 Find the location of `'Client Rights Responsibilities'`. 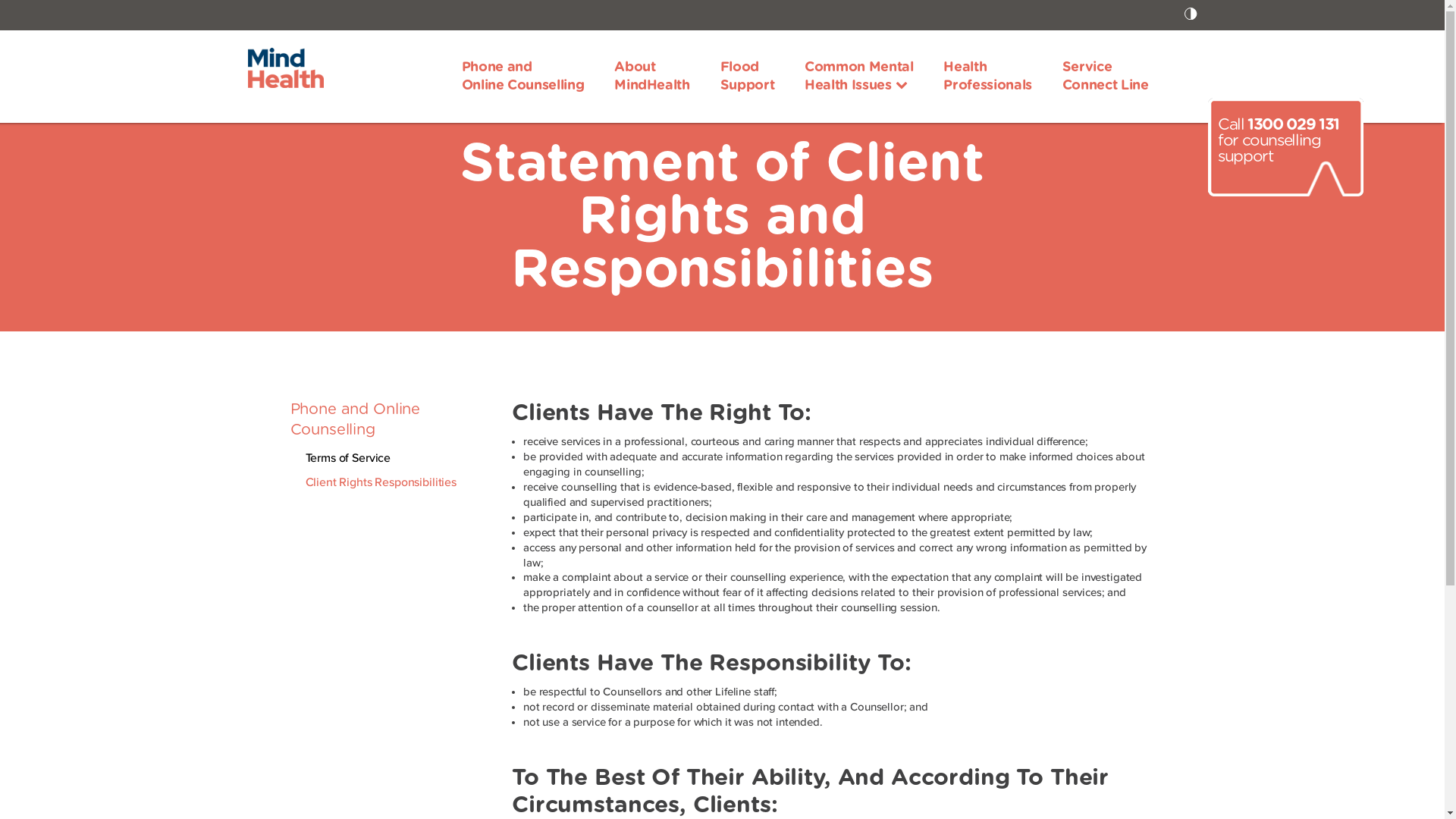

'Client Rights Responsibilities' is located at coordinates (381, 482).